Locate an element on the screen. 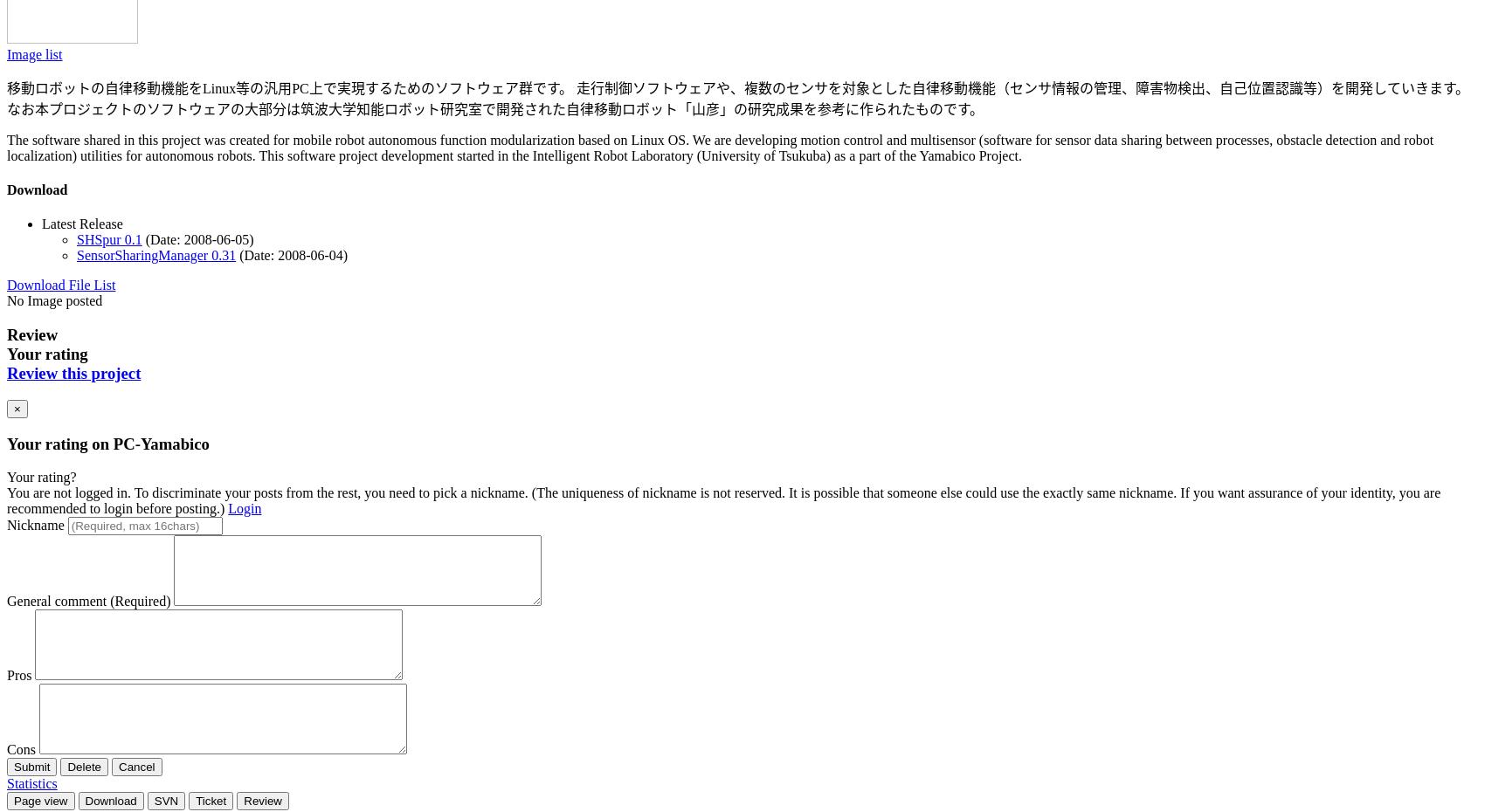  'Nickname' is located at coordinates (6, 525).